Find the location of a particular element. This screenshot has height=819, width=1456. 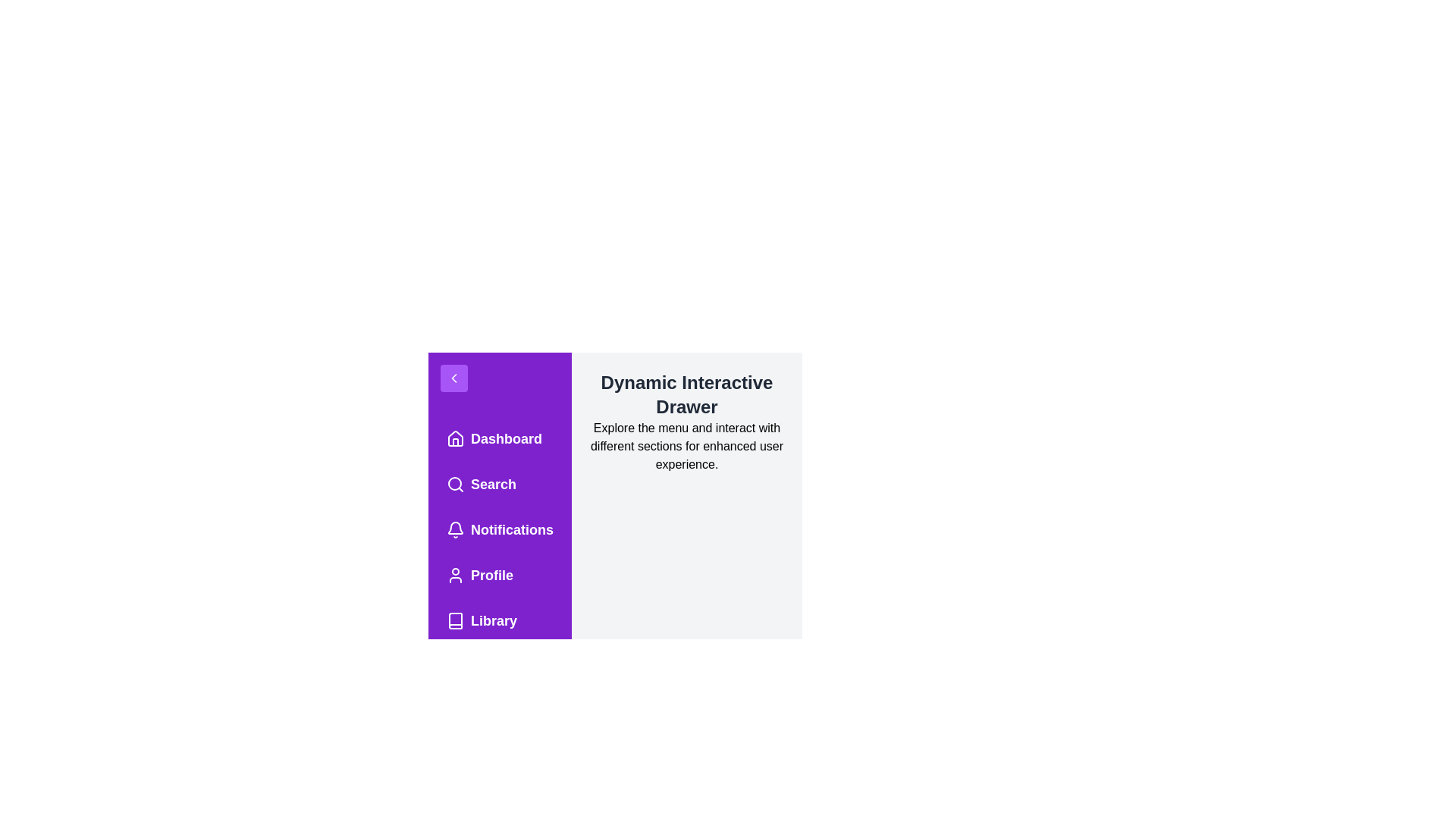

the menu item Notifications to highlight it is located at coordinates (499, 529).